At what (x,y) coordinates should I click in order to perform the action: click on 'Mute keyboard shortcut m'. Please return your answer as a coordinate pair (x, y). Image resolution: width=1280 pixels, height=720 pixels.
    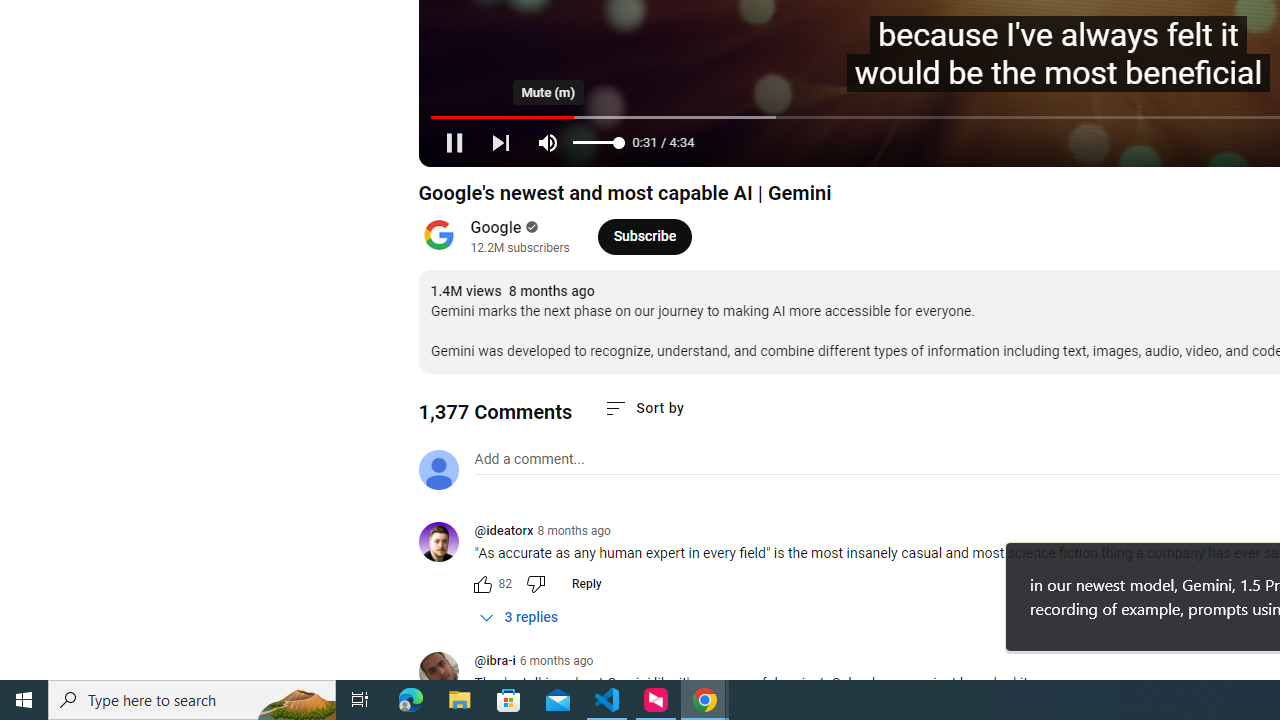
    Looking at the image, I should click on (548, 141).